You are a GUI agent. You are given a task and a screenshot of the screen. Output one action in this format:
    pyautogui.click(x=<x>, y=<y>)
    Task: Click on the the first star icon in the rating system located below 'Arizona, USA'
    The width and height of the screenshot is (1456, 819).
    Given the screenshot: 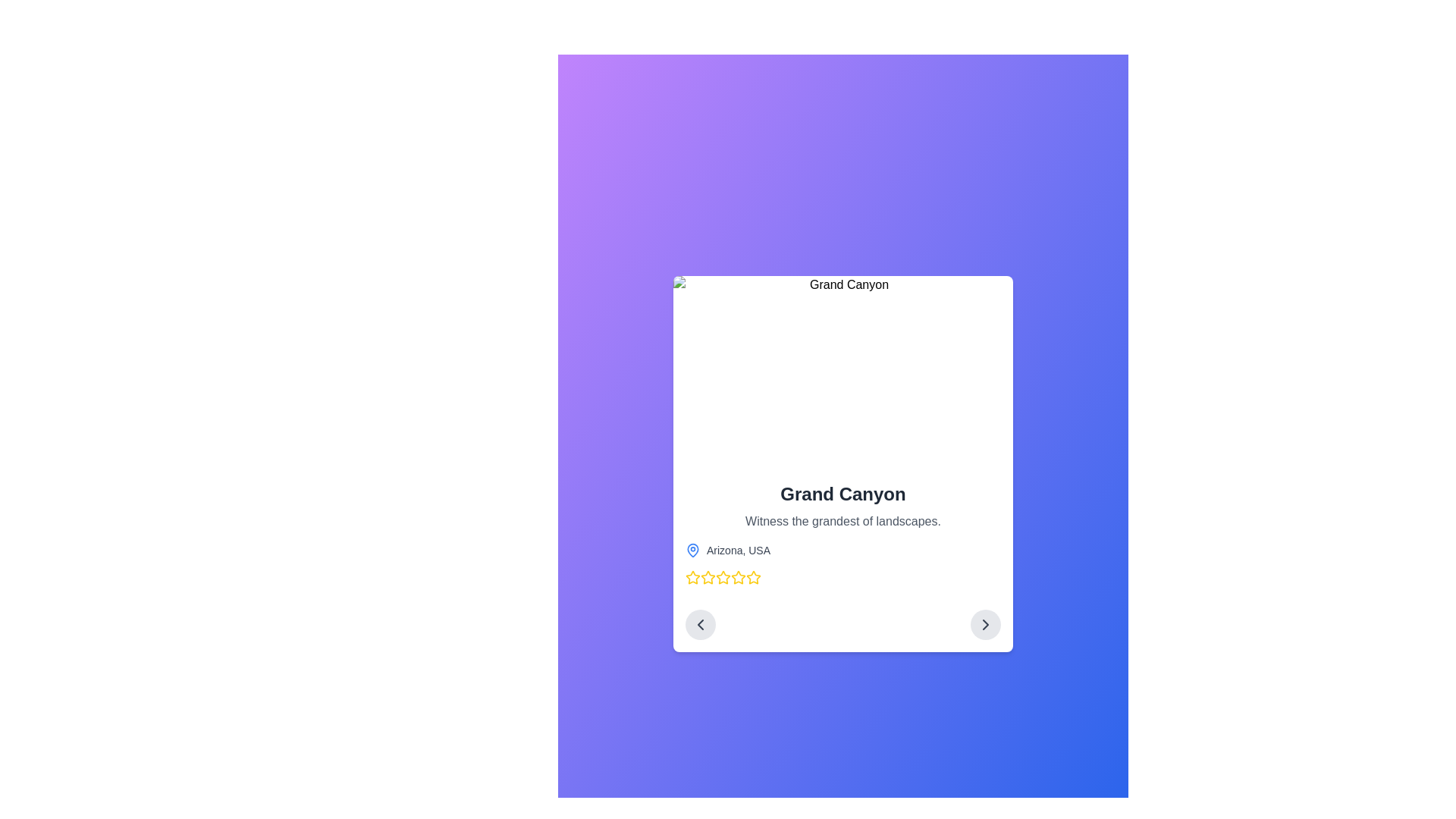 What is the action you would take?
    pyautogui.click(x=692, y=577)
    